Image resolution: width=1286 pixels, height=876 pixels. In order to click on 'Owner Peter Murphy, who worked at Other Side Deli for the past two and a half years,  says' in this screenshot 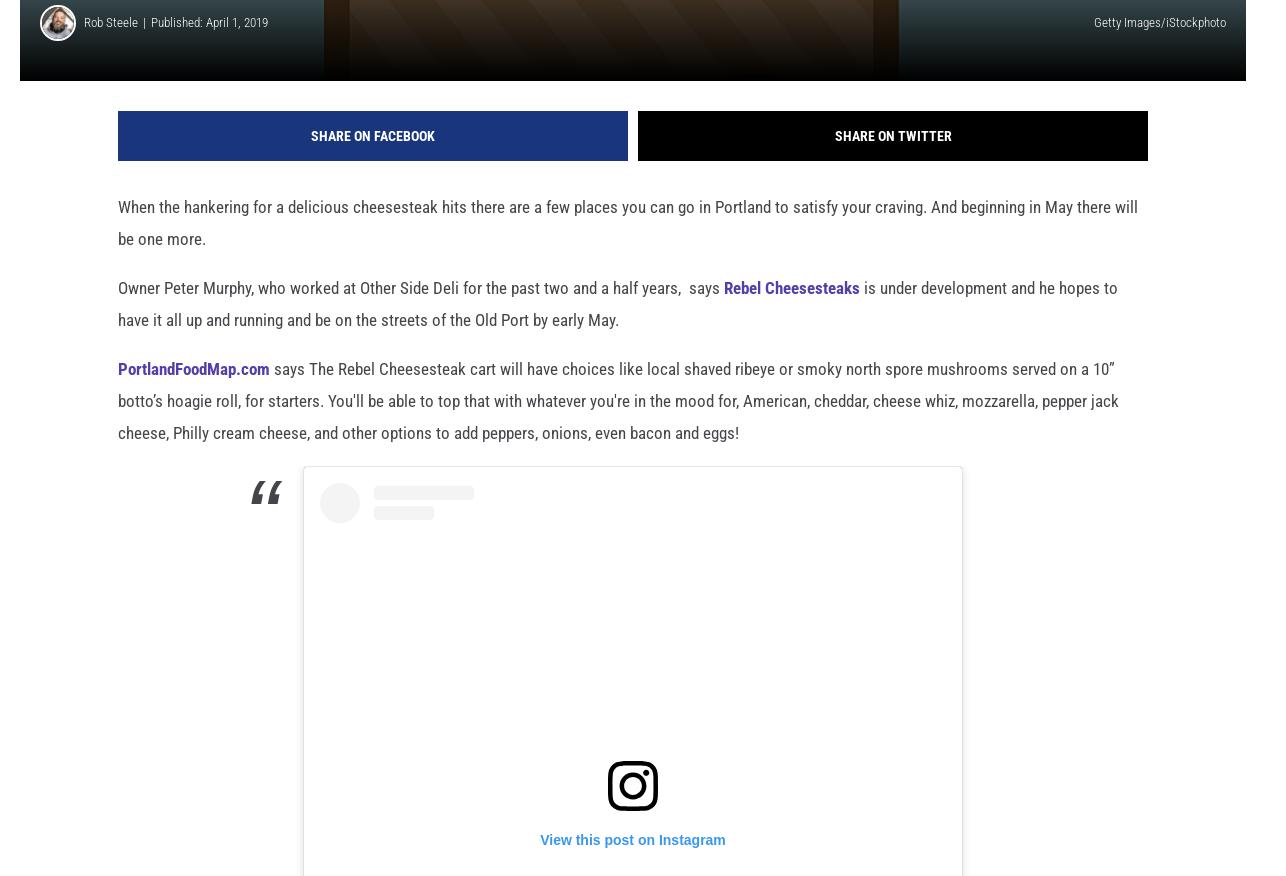, I will do `click(118, 320)`.